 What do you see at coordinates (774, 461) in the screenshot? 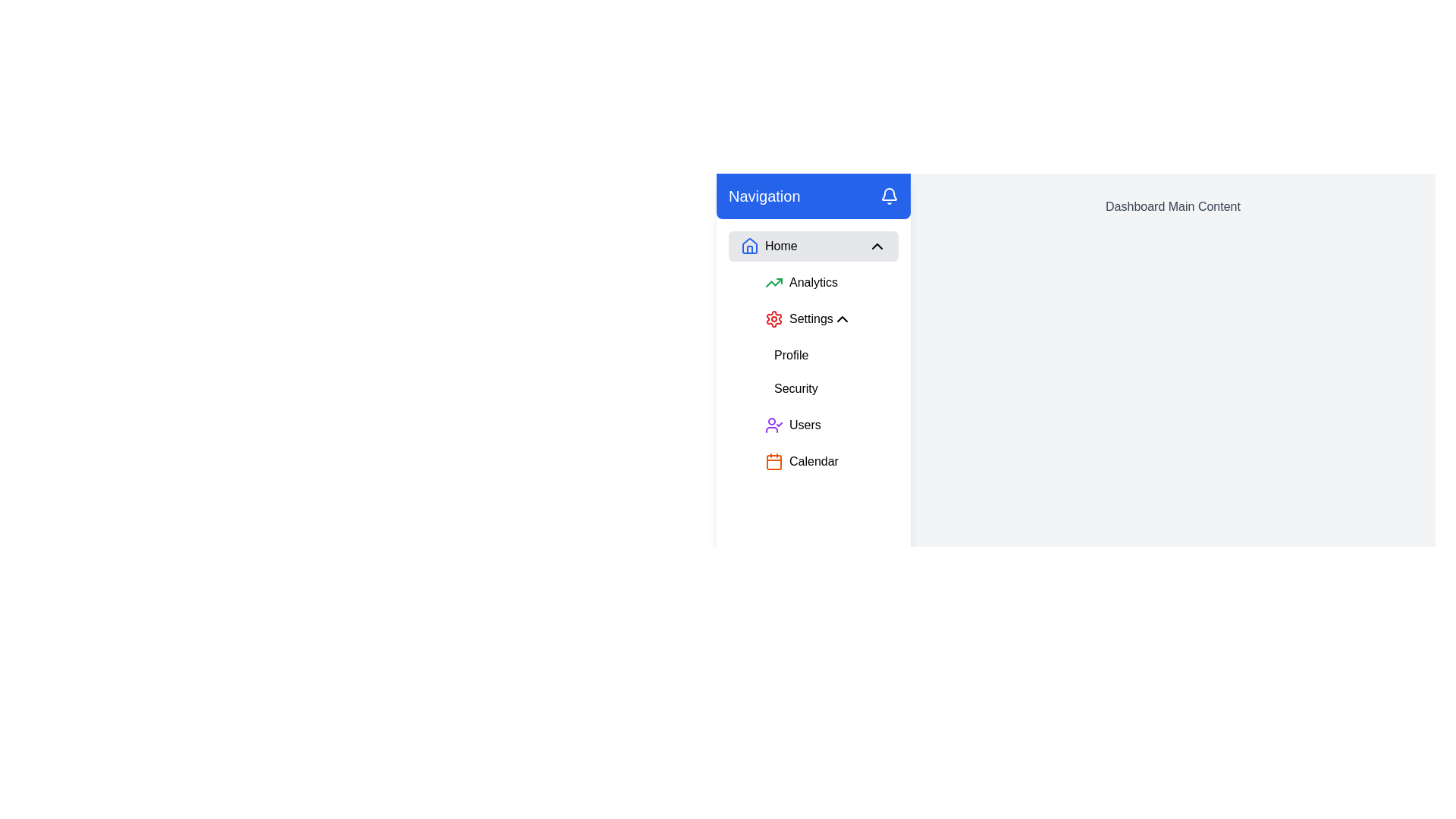
I see `the calendar icon located in the bottom-most menu item of the left side navigation` at bounding box center [774, 461].